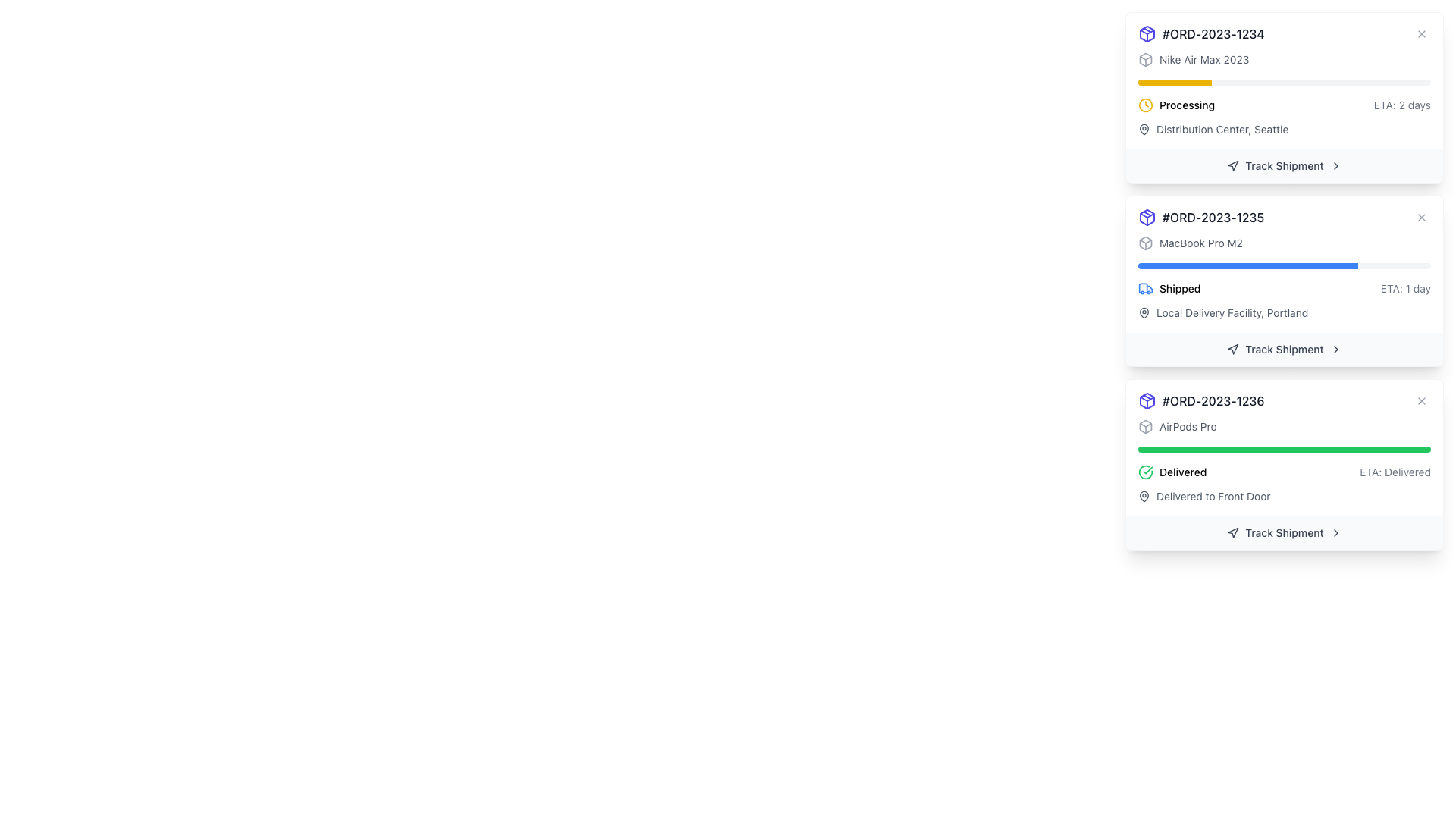 Image resolution: width=1456 pixels, height=819 pixels. I want to click on the text label displaying the order number '#ORD-2023-1234', which is styled with a medium-weight font and gray color, located at the top-left corner of the order details card, so click(1213, 34).